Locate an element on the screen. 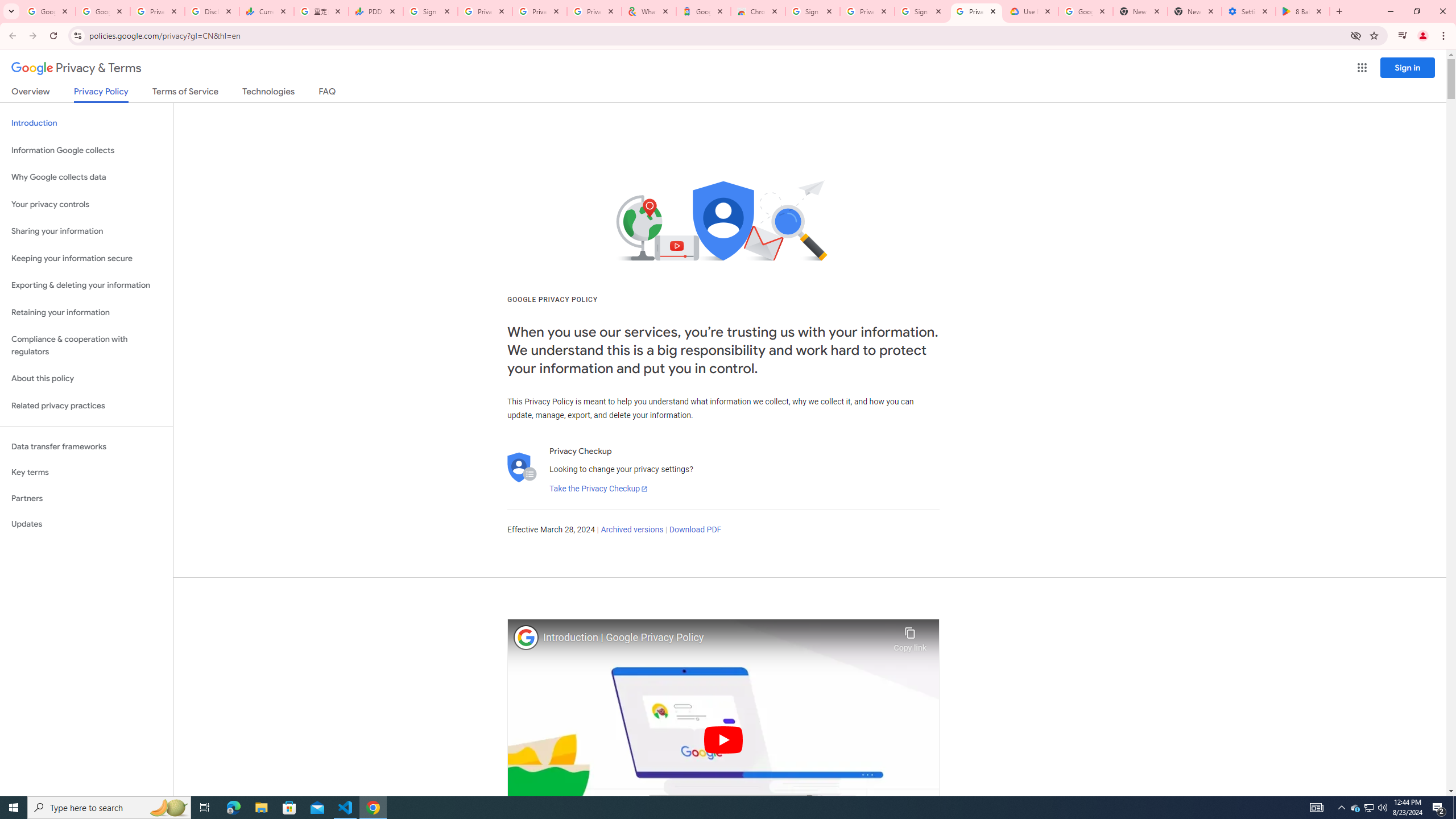  'Introduction | Google Privacy Policy' is located at coordinates (715, 638).